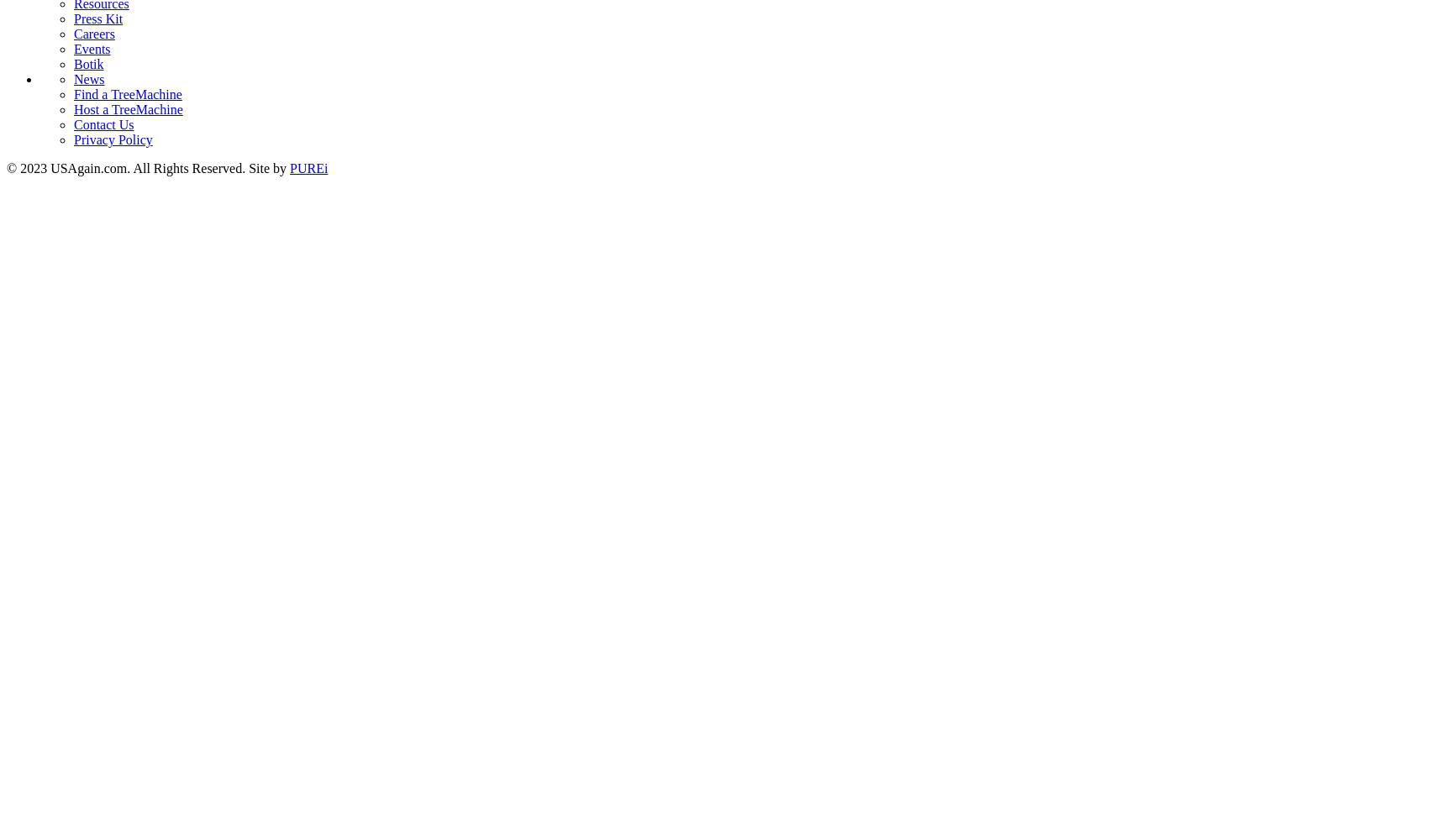  Describe the element at coordinates (92, 33) in the screenshot. I see `'Careers'` at that location.